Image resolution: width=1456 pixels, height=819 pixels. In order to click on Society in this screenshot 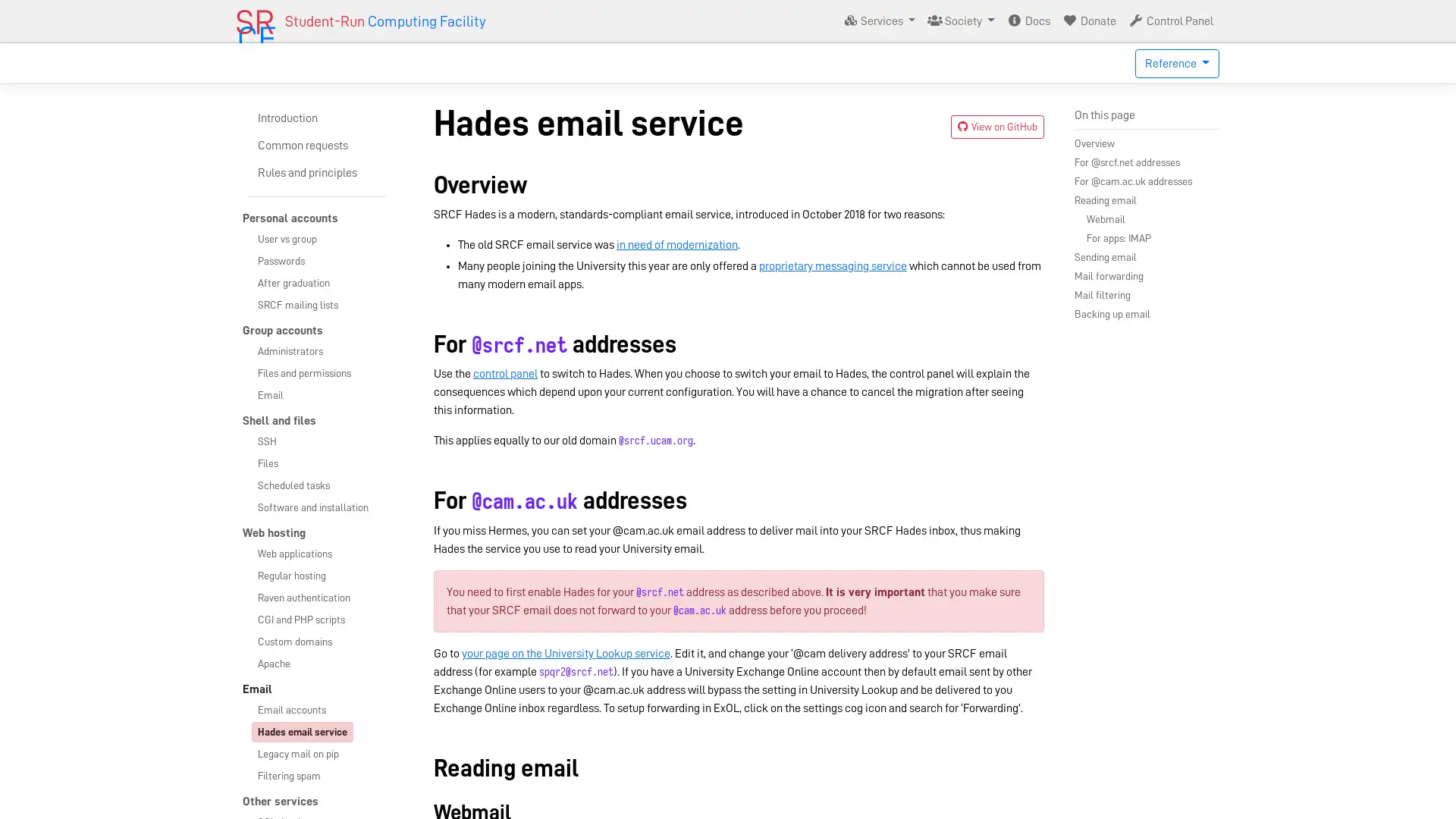, I will do `click(960, 20)`.